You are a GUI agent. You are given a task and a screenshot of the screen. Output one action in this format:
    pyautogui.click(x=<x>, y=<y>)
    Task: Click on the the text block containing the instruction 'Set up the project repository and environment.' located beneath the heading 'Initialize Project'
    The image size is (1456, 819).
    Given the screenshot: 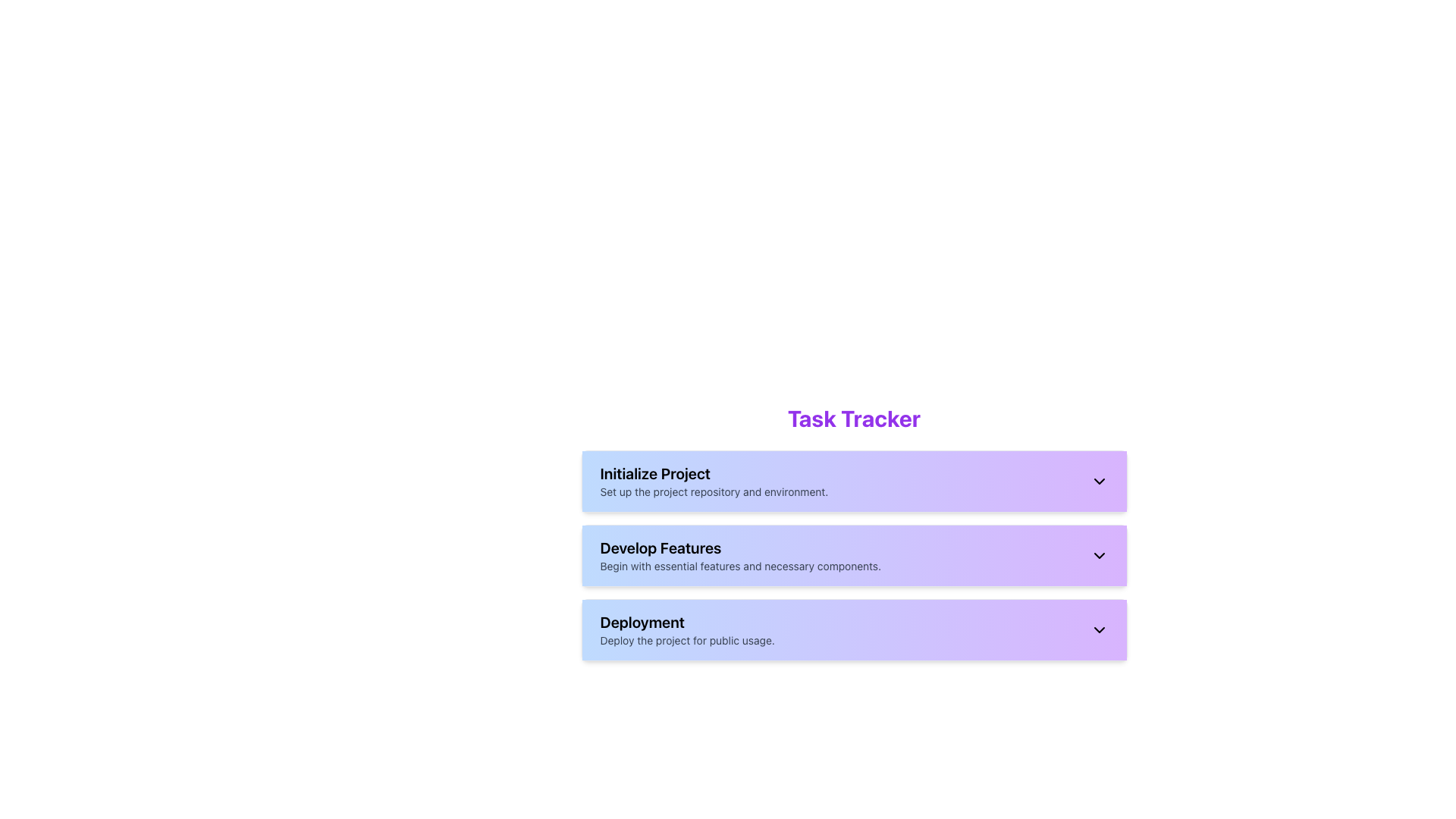 What is the action you would take?
    pyautogui.click(x=713, y=491)
    